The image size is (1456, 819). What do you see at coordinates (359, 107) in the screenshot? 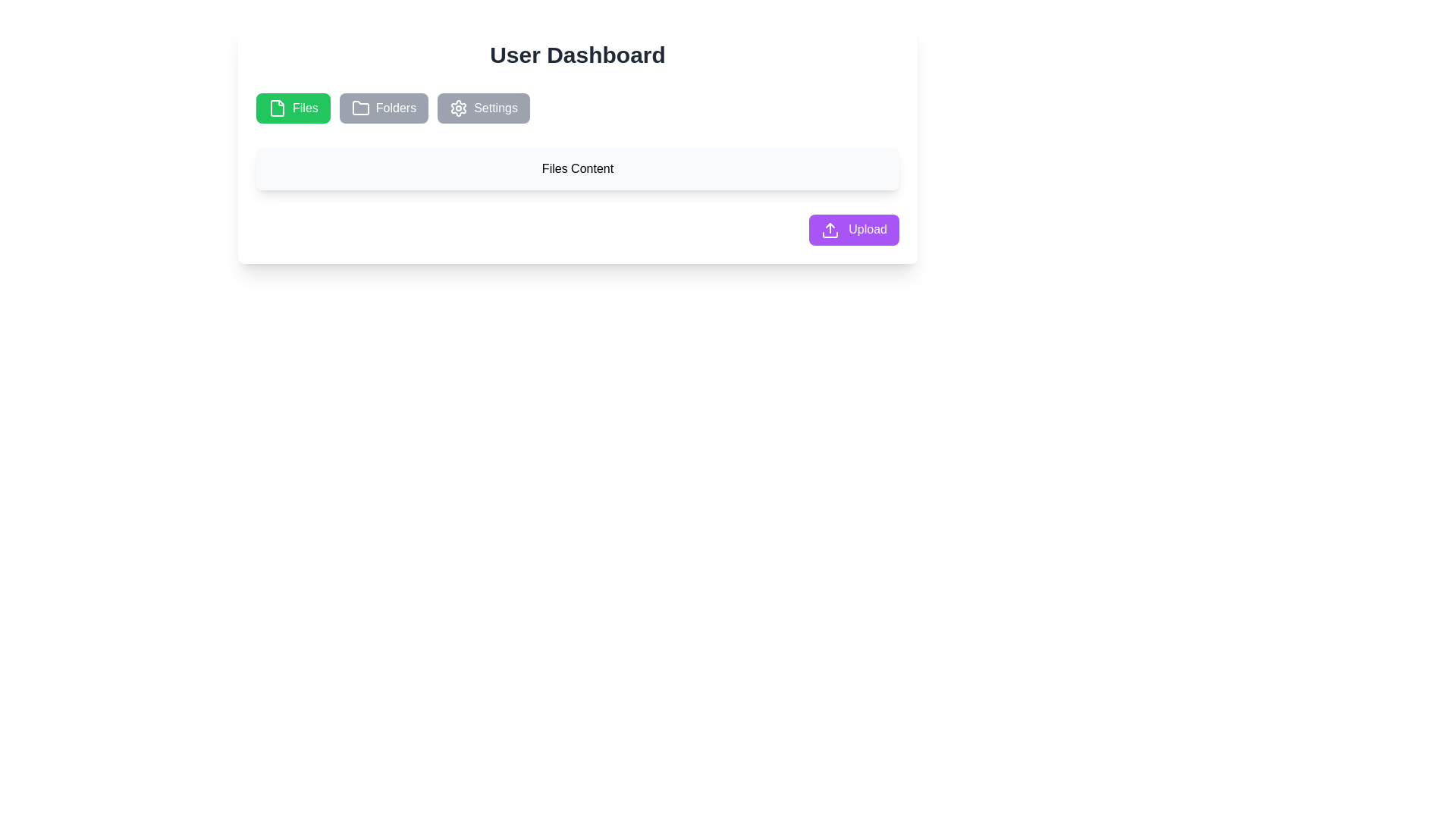
I see `the 'Folders' icon, which is the second button from the left in the top row of buttons, located between the 'Files' button and the 'Settings' button` at bounding box center [359, 107].